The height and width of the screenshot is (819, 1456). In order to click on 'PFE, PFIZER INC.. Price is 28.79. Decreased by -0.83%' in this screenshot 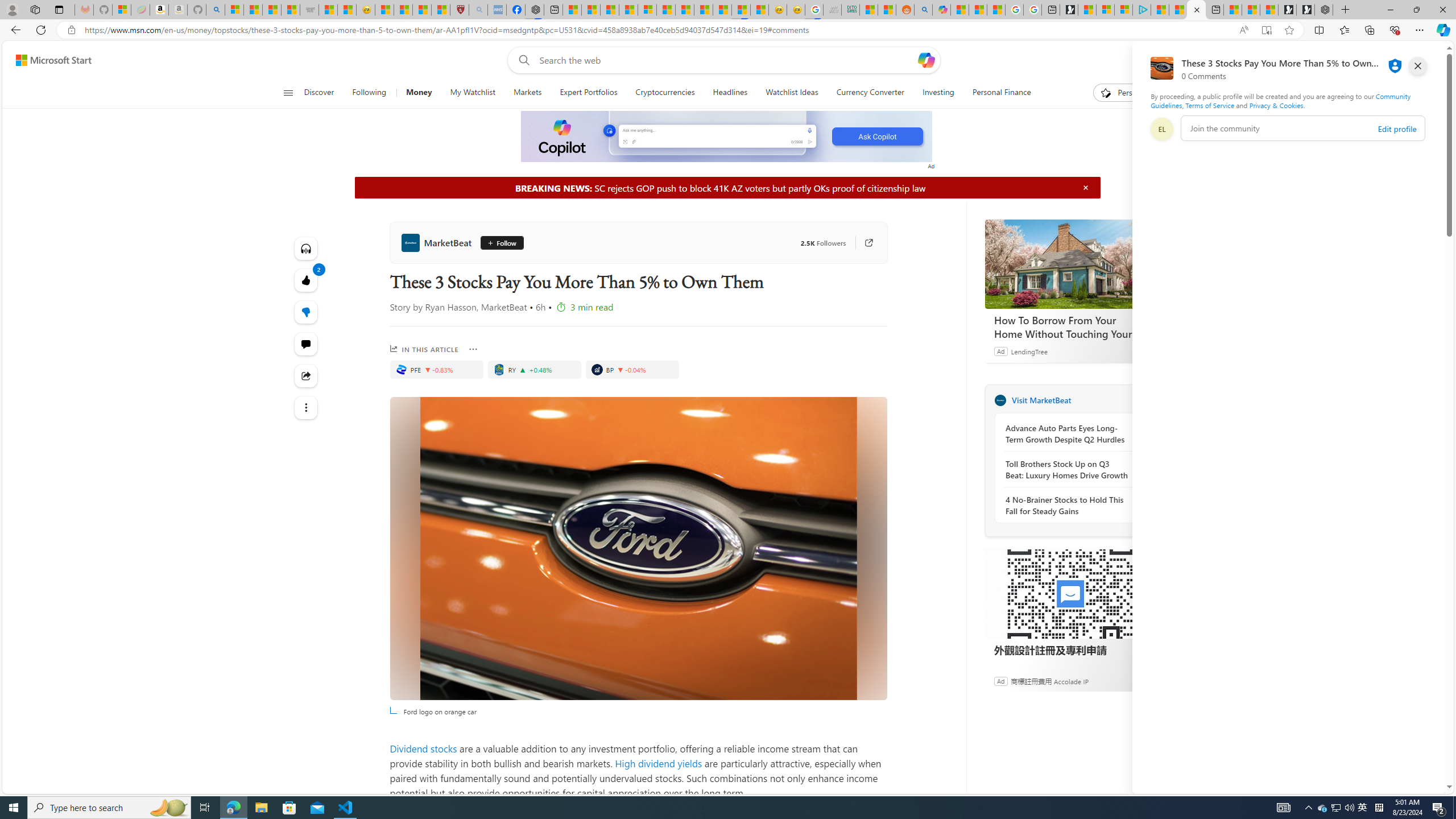, I will do `click(436, 369)`.